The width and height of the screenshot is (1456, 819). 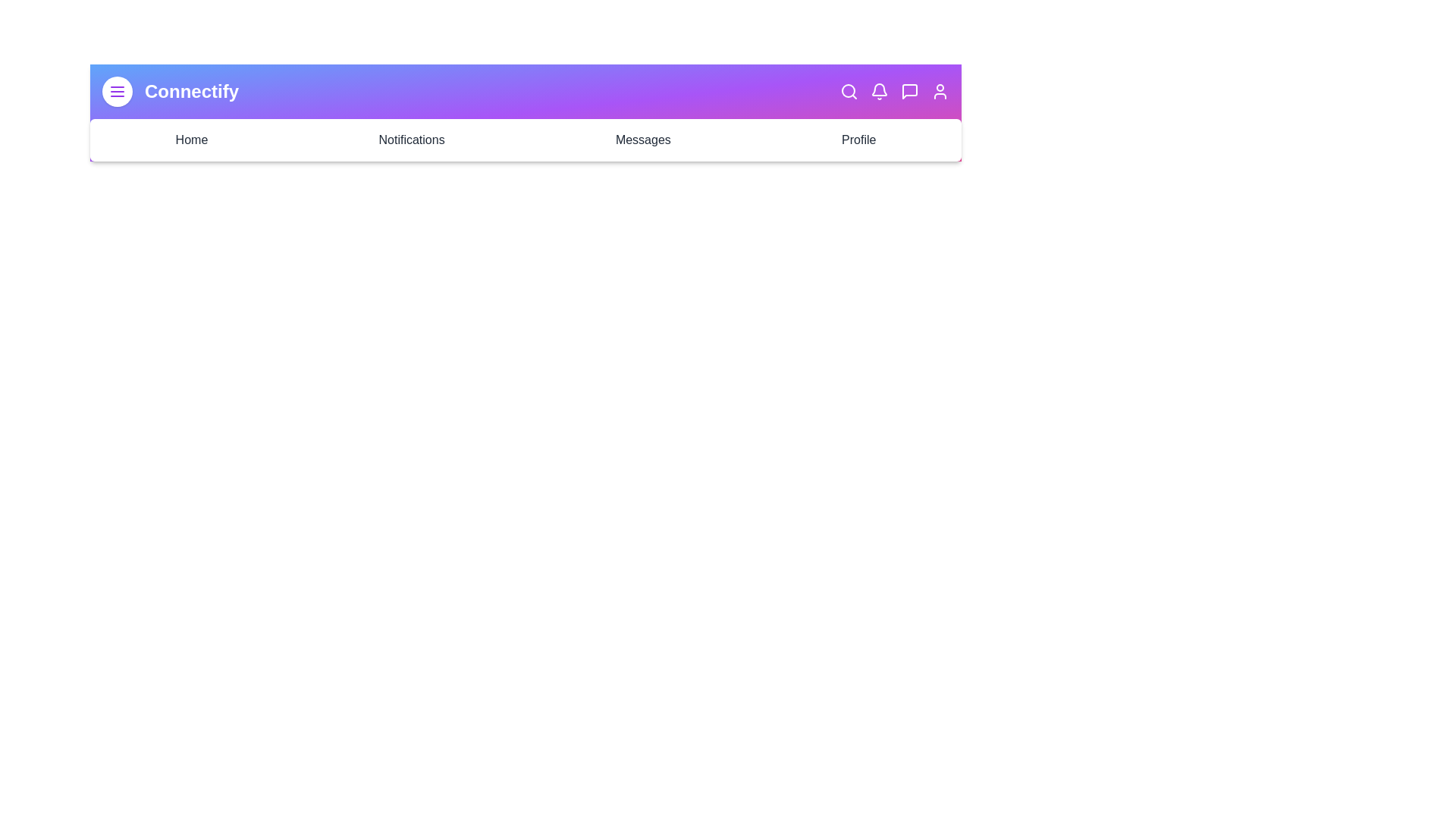 What do you see at coordinates (848, 91) in the screenshot?
I see `the Search icon in the top-right section` at bounding box center [848, 91].